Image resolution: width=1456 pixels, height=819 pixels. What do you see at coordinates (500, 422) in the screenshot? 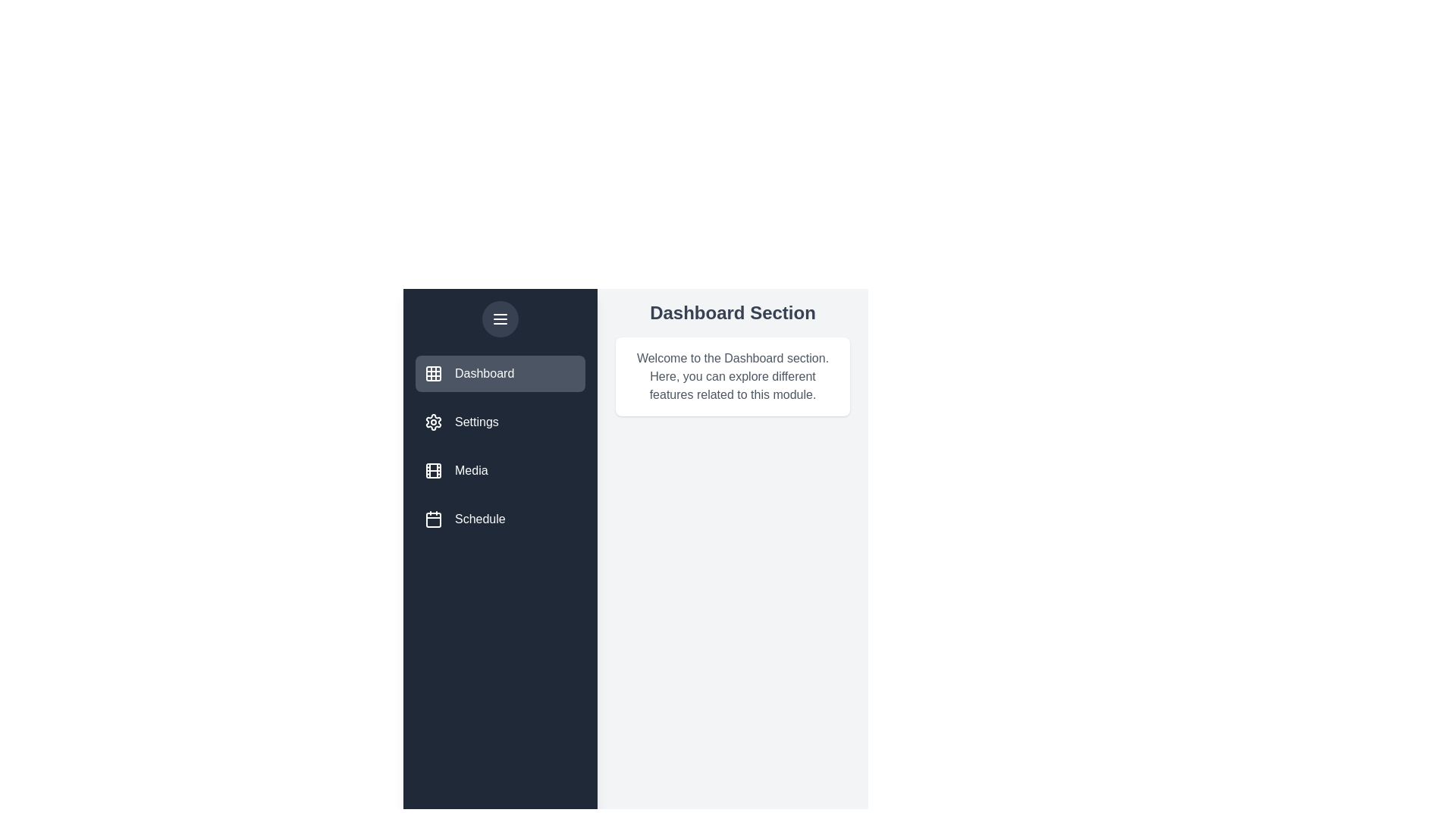
I see `the menu item Settings` at bounding box center [500, 422].